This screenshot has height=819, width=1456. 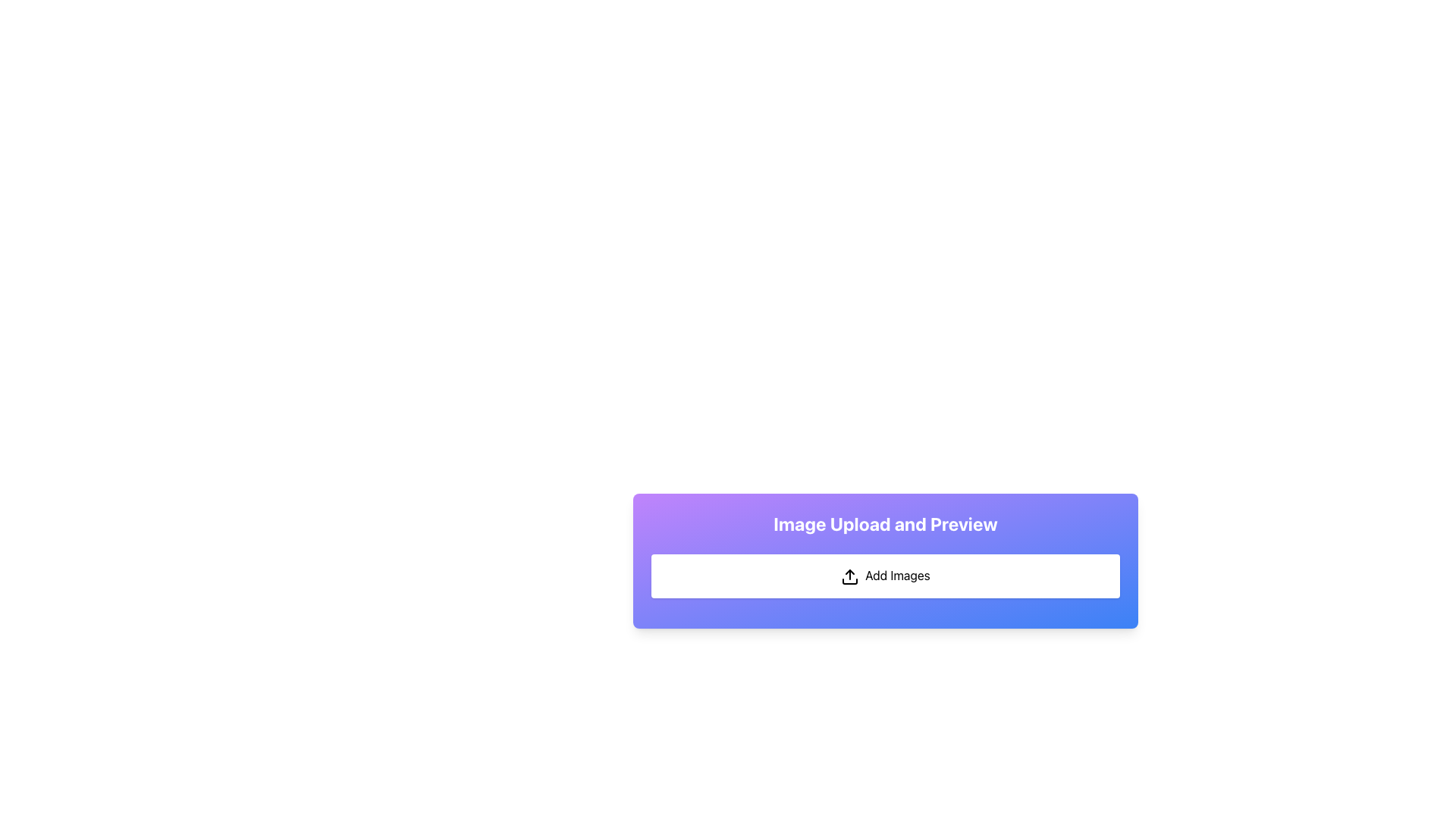 I want to click on the button that initiates the image file upload process, so click(x=885, y=576).